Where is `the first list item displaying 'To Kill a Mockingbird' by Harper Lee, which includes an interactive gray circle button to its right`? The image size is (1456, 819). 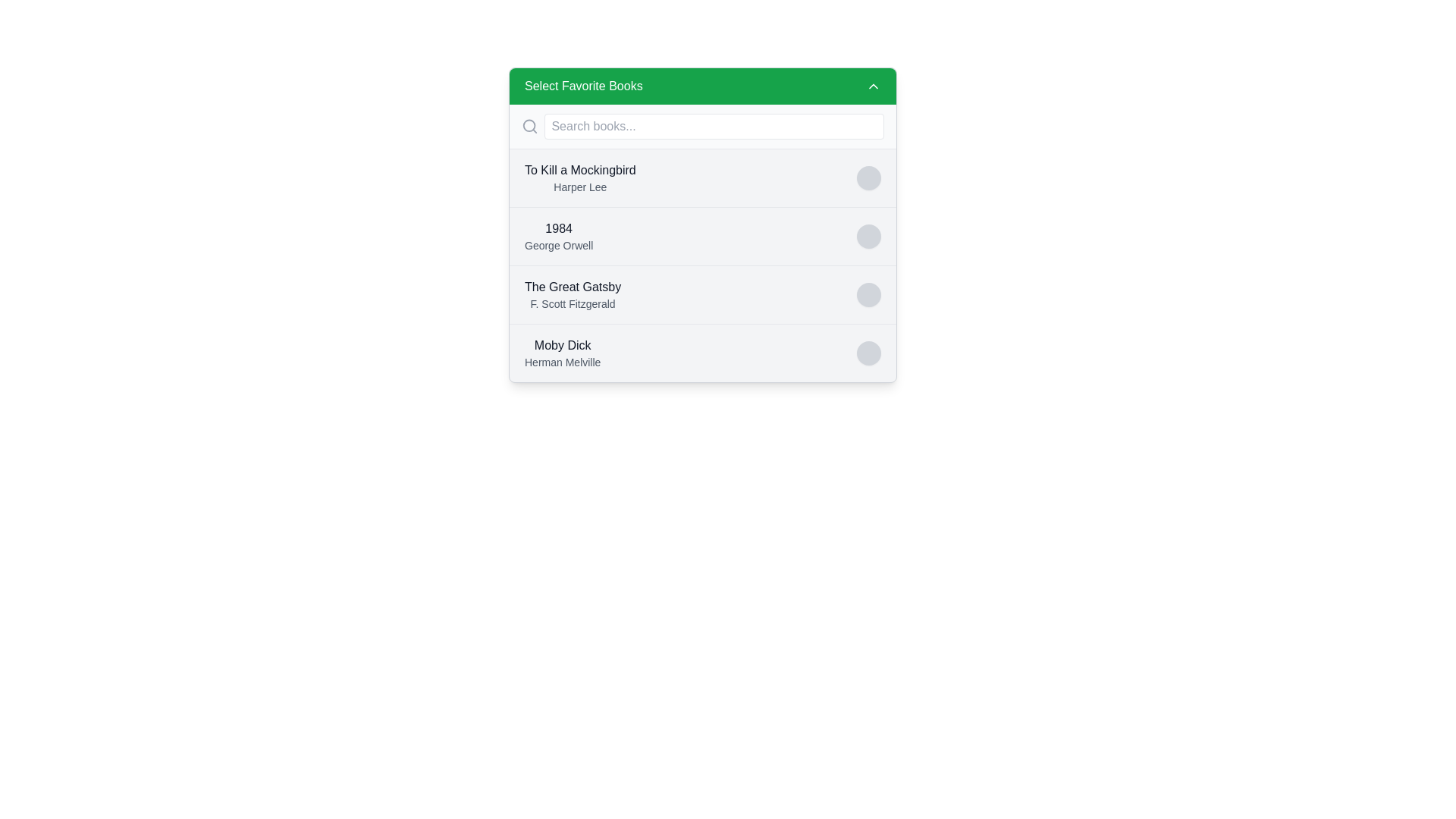
the first list item displaying 'To Kill a Mockingbird' by Harper Lee, which includes an interactive gray circle button to its right is located at coordinates (701, 177).